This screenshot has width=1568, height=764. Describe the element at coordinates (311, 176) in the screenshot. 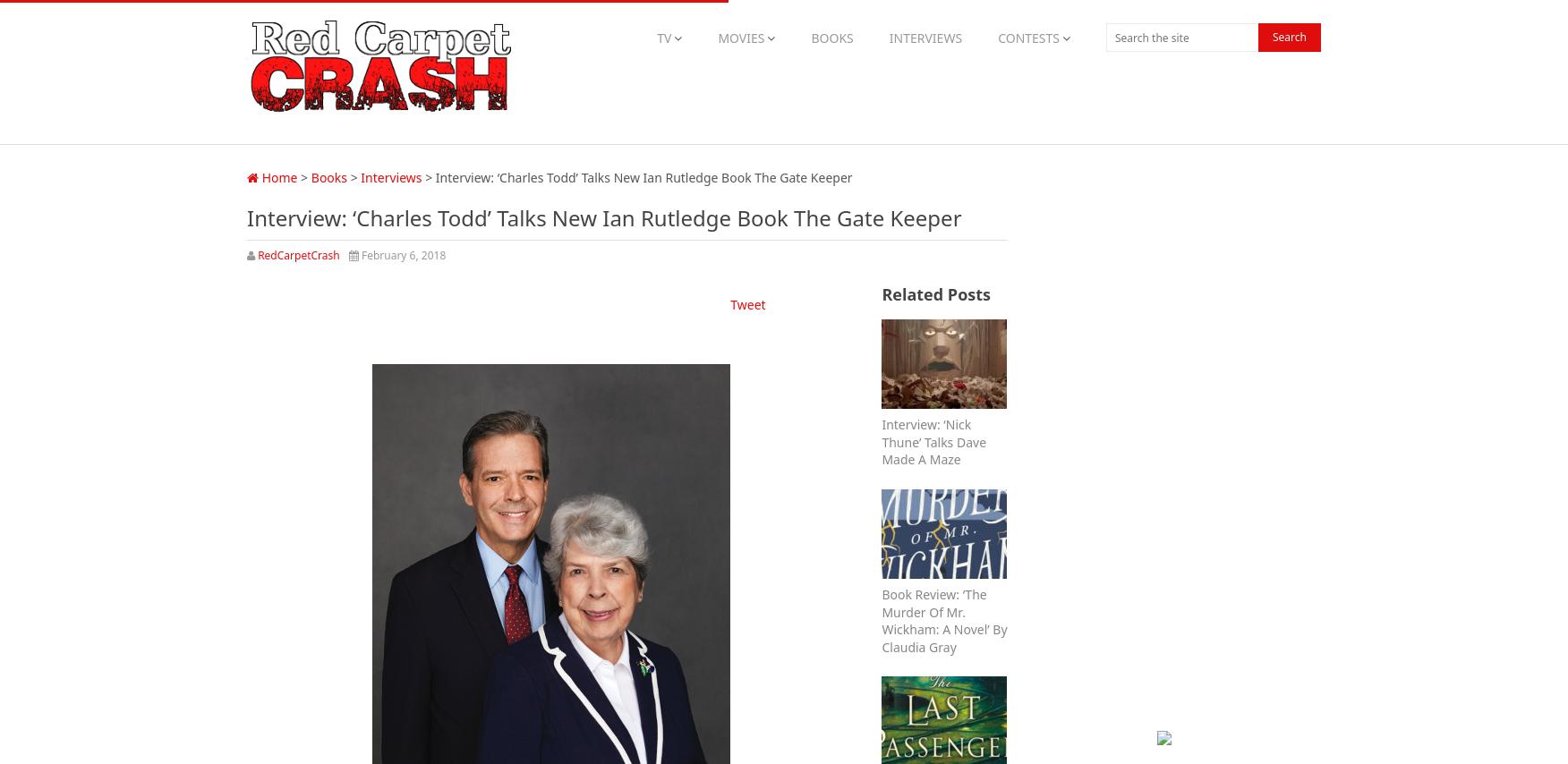

I see `'Books'` at that location.